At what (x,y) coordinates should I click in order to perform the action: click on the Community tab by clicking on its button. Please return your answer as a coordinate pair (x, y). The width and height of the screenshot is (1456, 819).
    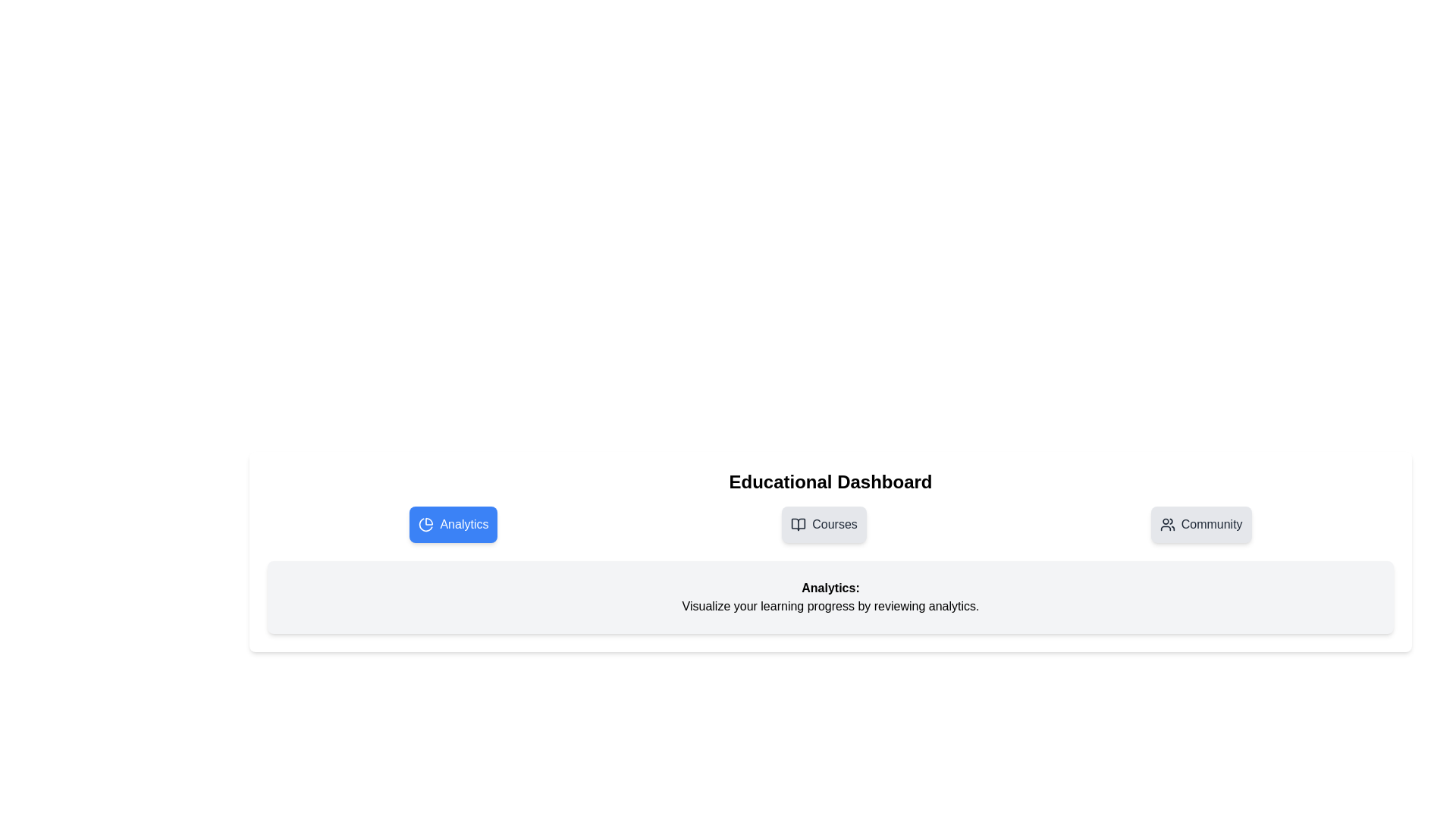
    Looking at the image, I should click on (1200, 523).